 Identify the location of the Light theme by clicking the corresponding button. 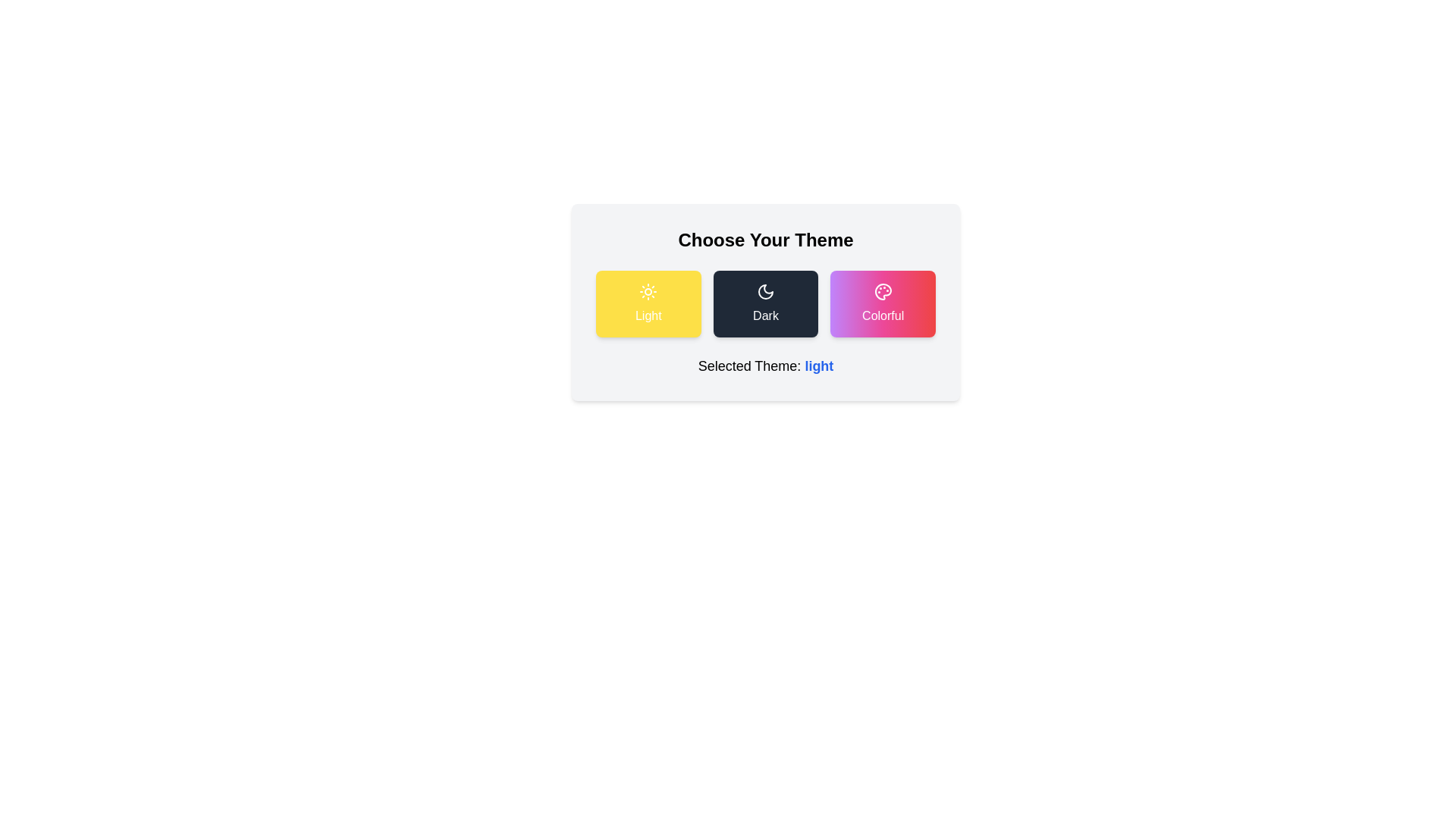
(648, 304).